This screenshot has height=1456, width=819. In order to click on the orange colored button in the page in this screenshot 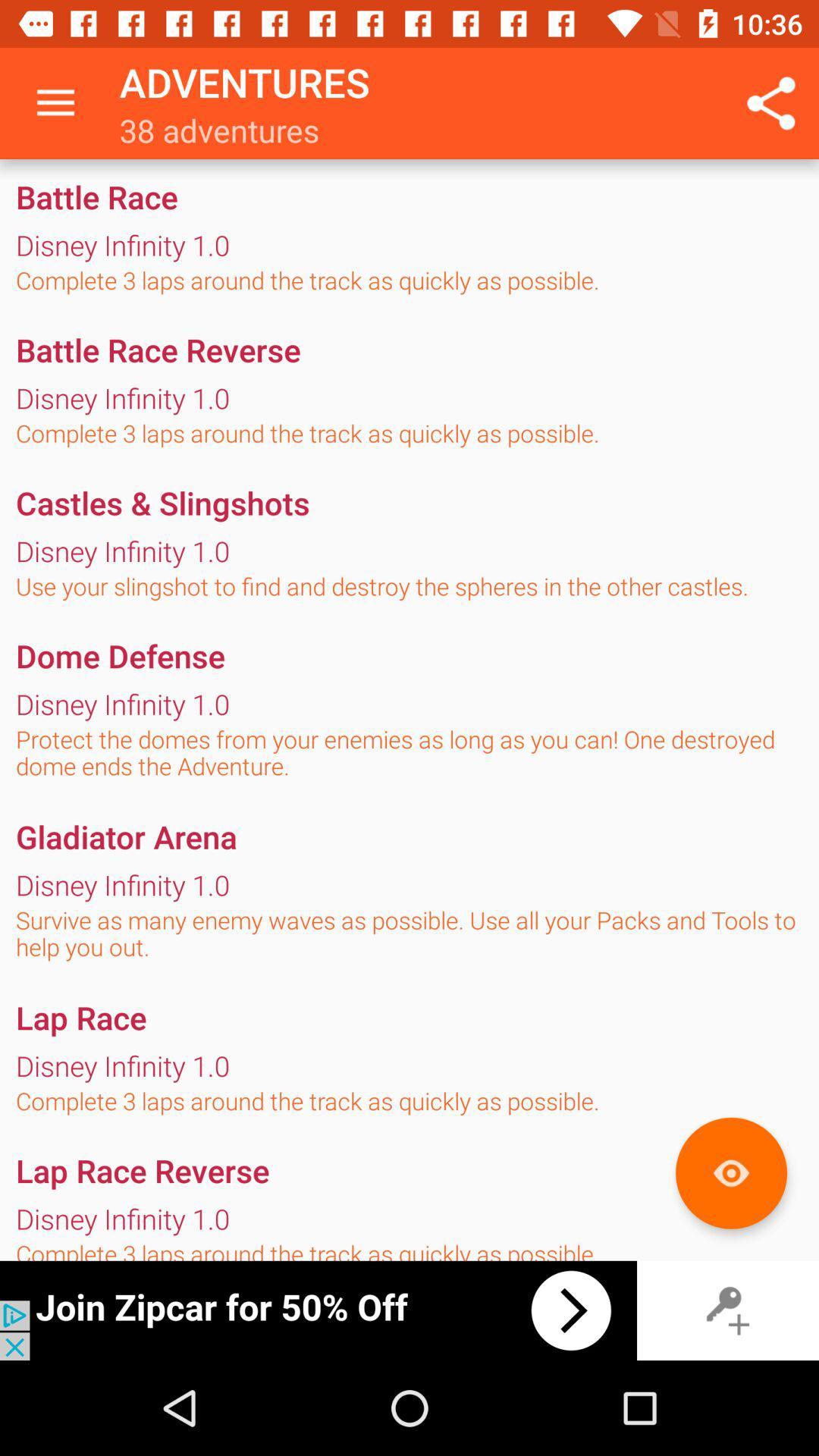, I will do `click(730, 1172)`.